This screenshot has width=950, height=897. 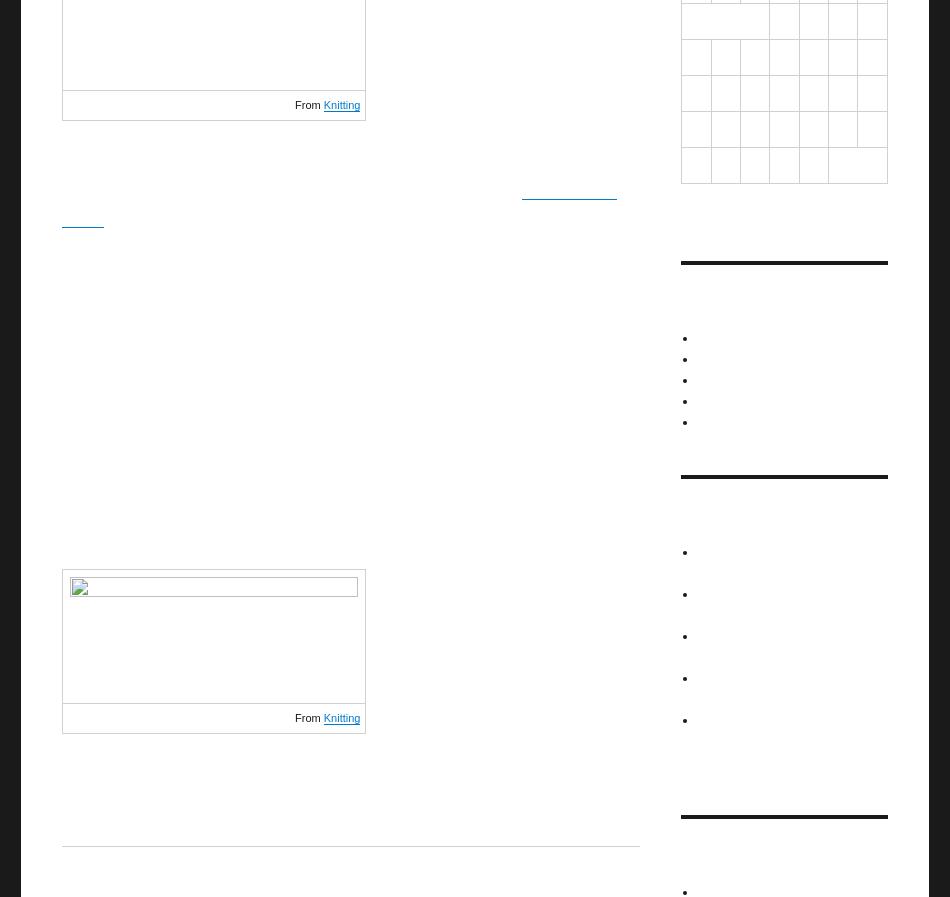 What do you see at coordinates (337, 202) in the screenshot?
I see `'original mitten design'` at bounding box center [337, 202].